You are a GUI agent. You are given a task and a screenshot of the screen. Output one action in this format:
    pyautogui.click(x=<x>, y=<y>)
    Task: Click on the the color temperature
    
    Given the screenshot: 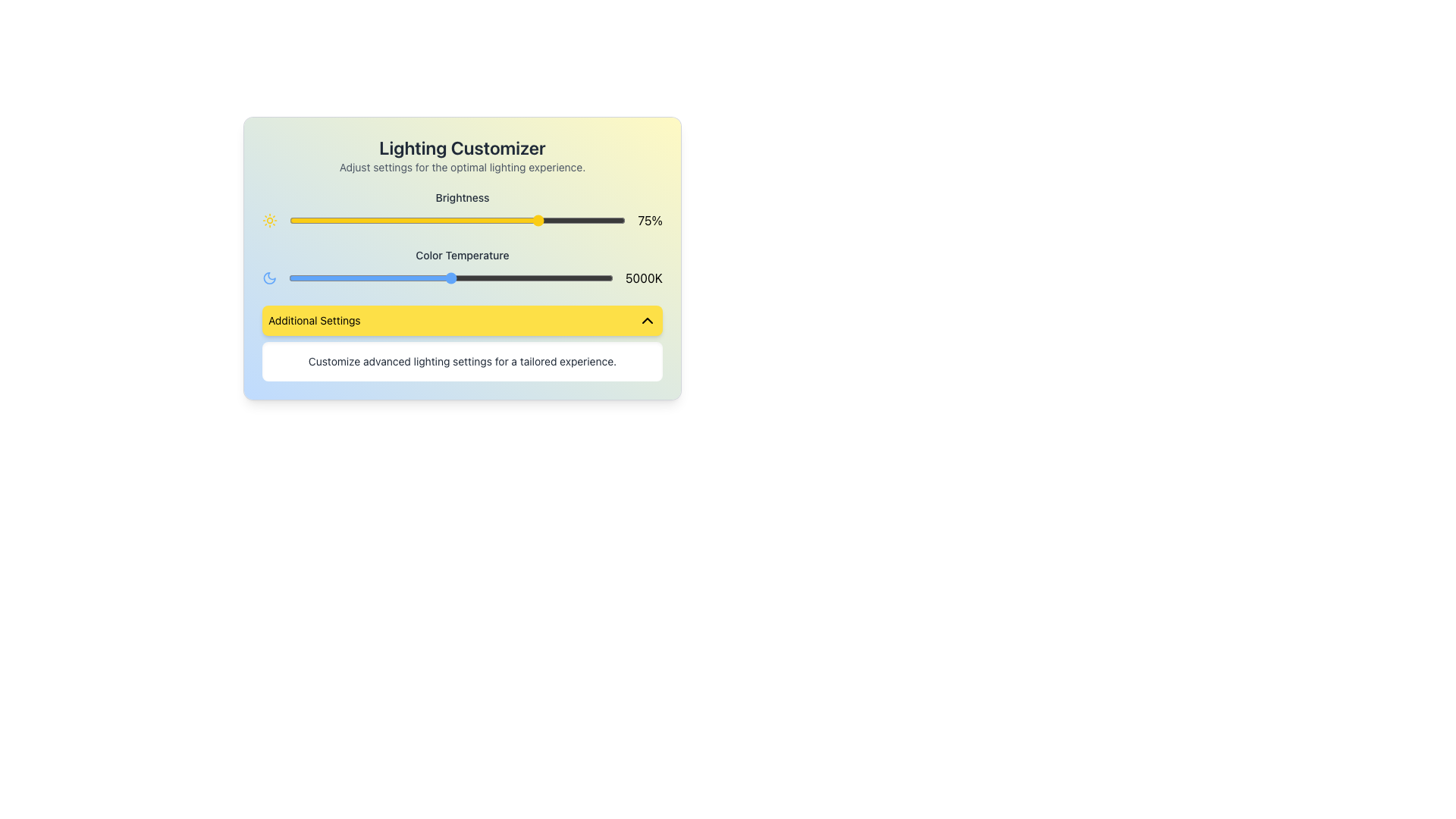 What is the action you would take?
    pyautogui.click(x=596, y=278)
    